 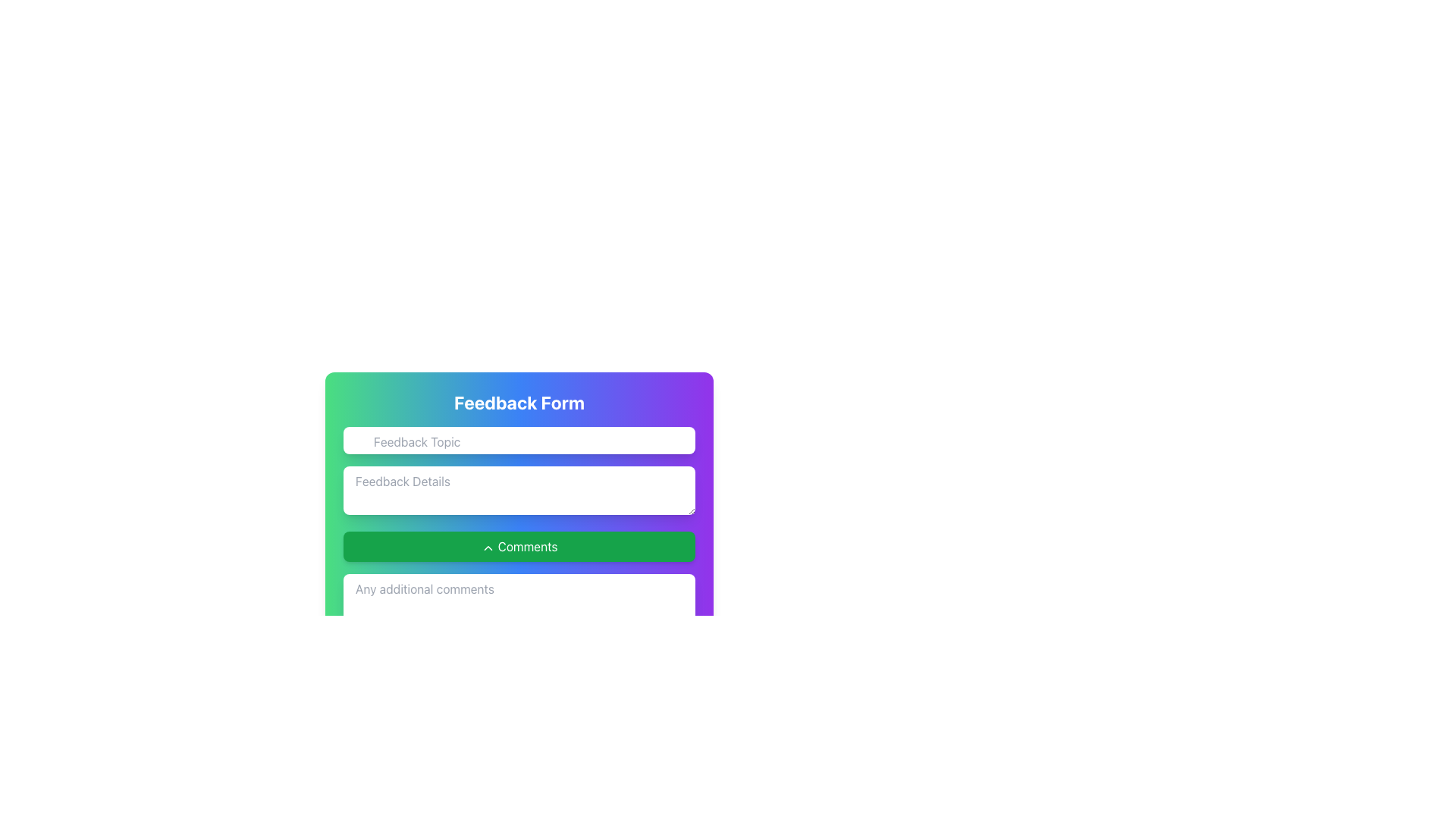 I want to click on the toggle button for 'Comments' located in the 'Feedback Form' section, so click(x=519, y=526).